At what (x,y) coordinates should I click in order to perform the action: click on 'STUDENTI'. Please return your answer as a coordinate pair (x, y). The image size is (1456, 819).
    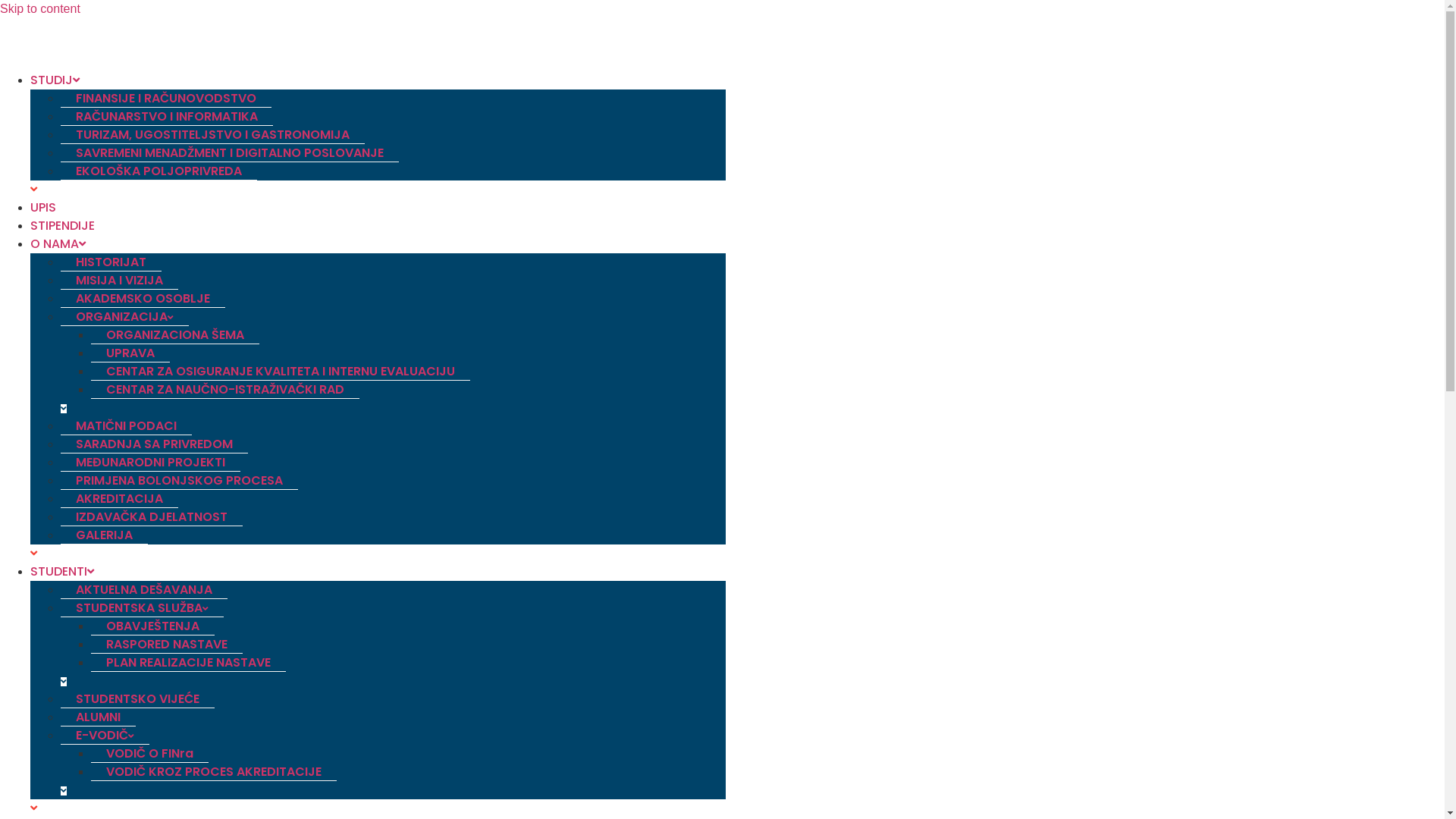
    Looking at the image, I should click on (61, 571).